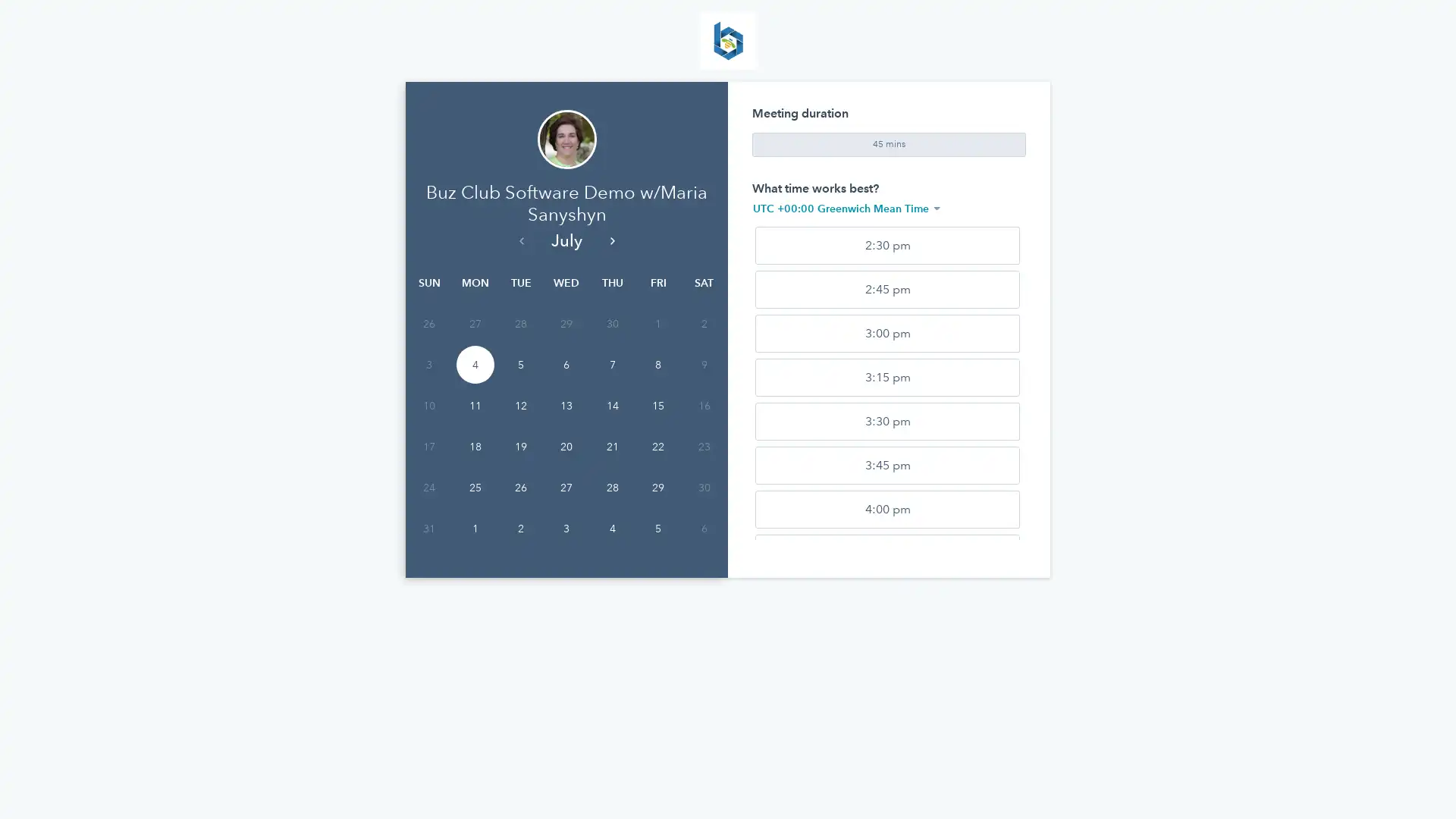 The height and width of the screenshot is (819, 1456). What do you see at coordinates (611, 323) in the screenshot?
I see `June 30th` at bounding box center [611, 323].